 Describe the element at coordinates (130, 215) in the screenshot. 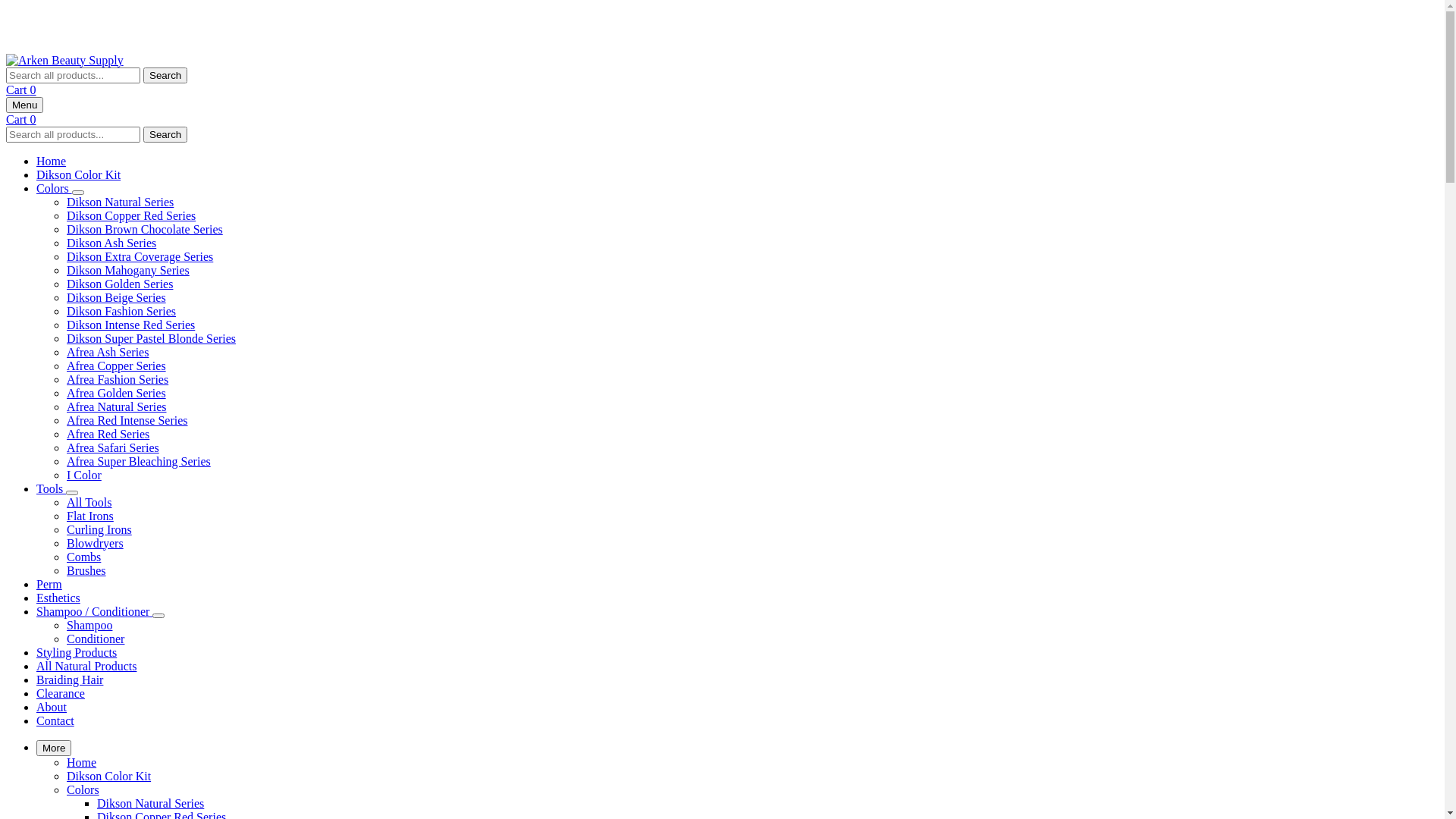

I see `'Dikson Copper Red Series'` at that location.